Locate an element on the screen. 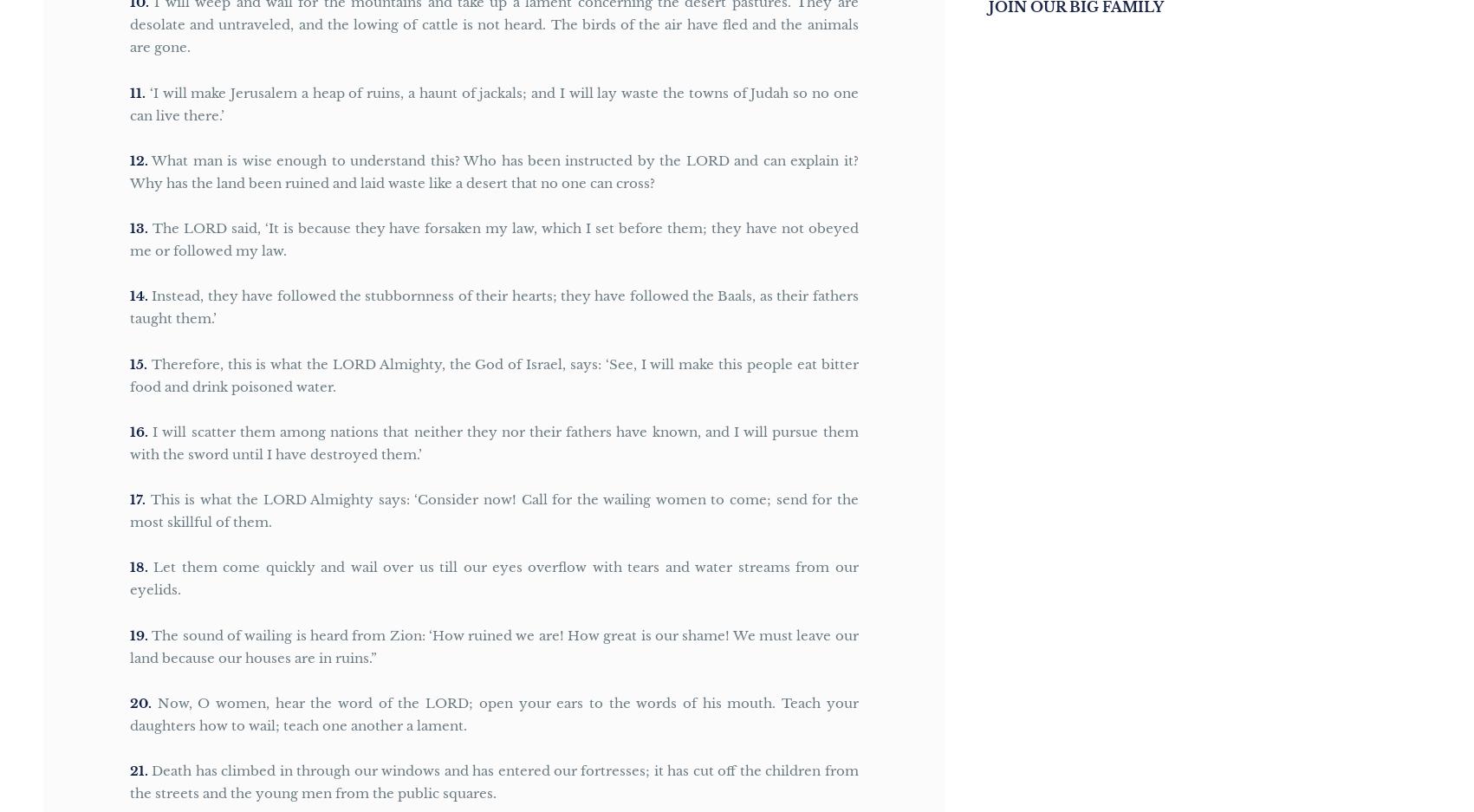 This screenshot has width=1474, height=812. '18' is located at coordinates (136, 566).